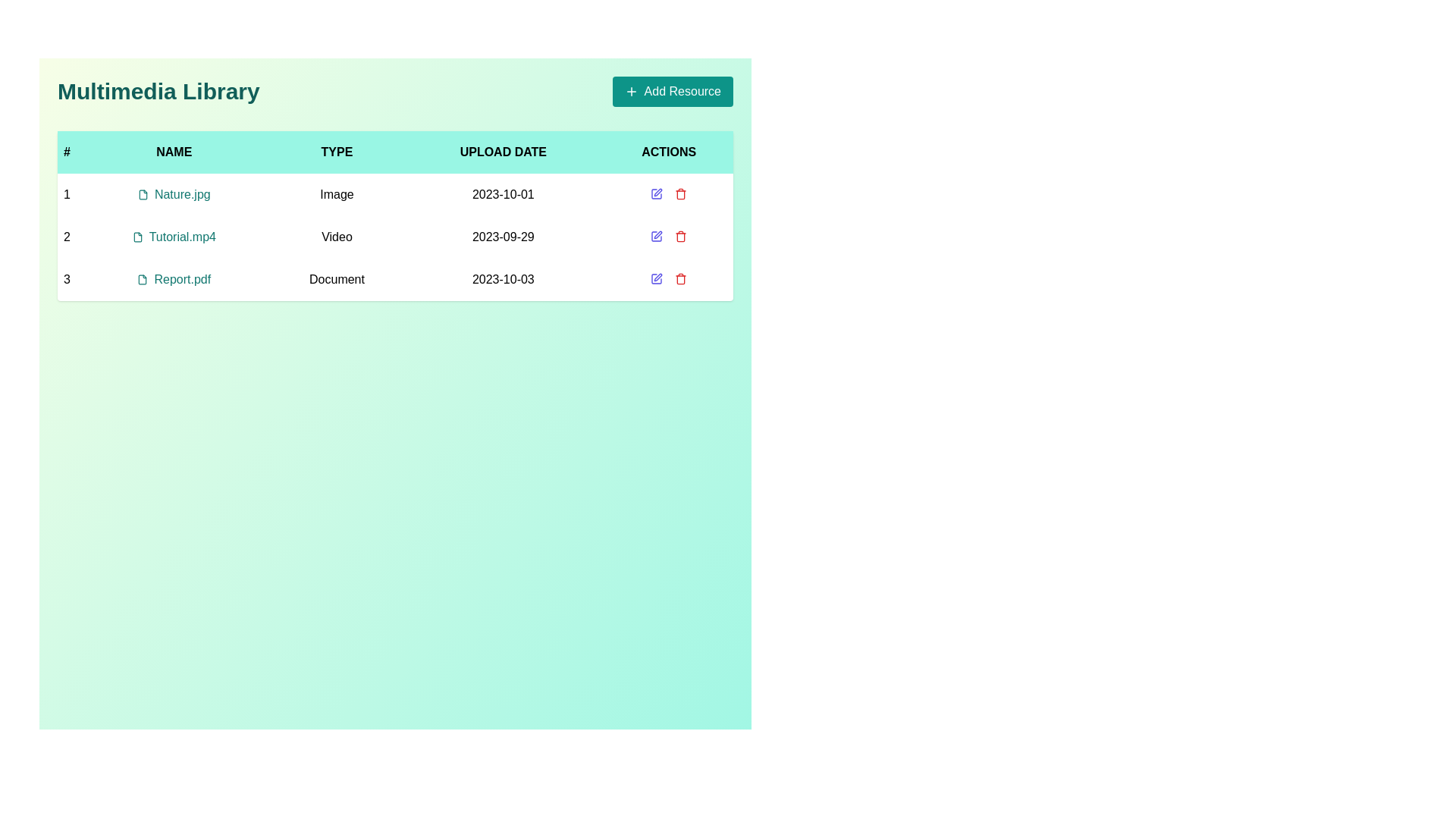 The height and width of the screenshot is (819, 1456). What do you see at coordinates (174, 194) in the screenshot?
I see `the text label 'Nature.jpg' which is styled in teal and accompanied by a file icon, located` at bounding box center [174, 194].